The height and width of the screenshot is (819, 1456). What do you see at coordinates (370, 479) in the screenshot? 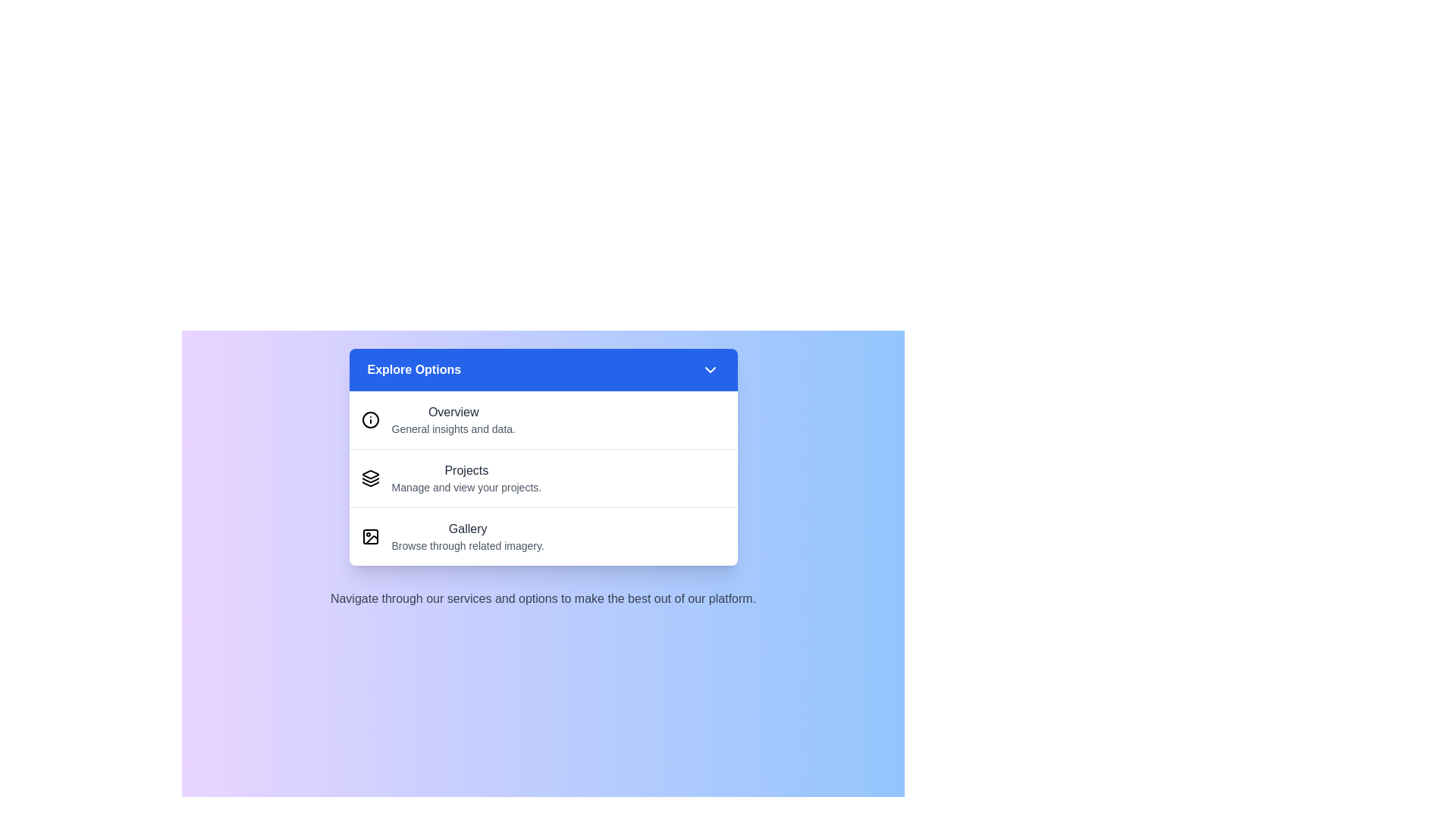
I see `the icon of the menu item labeled Projects` at bounding box center [370, 479].